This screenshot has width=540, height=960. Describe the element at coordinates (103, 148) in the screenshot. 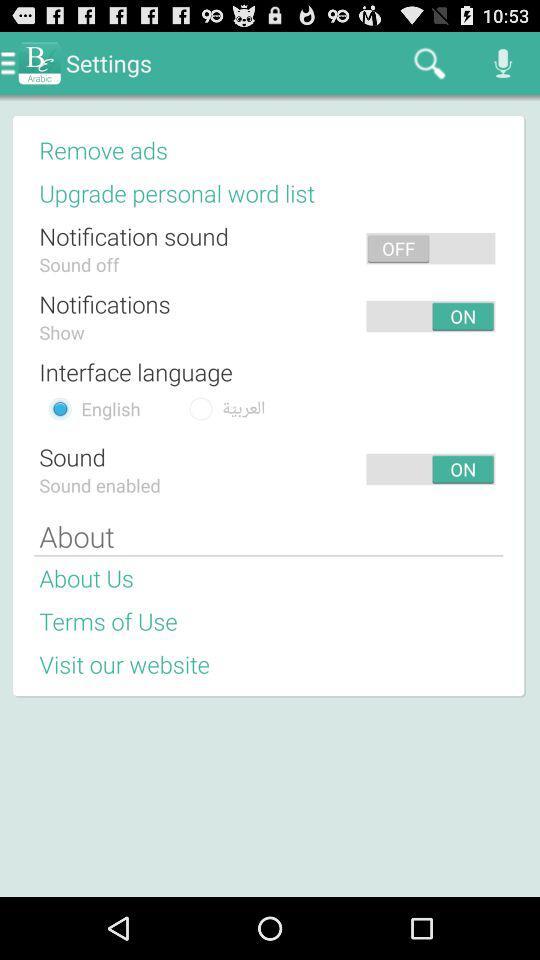

I see `remove ads icon` at that location.